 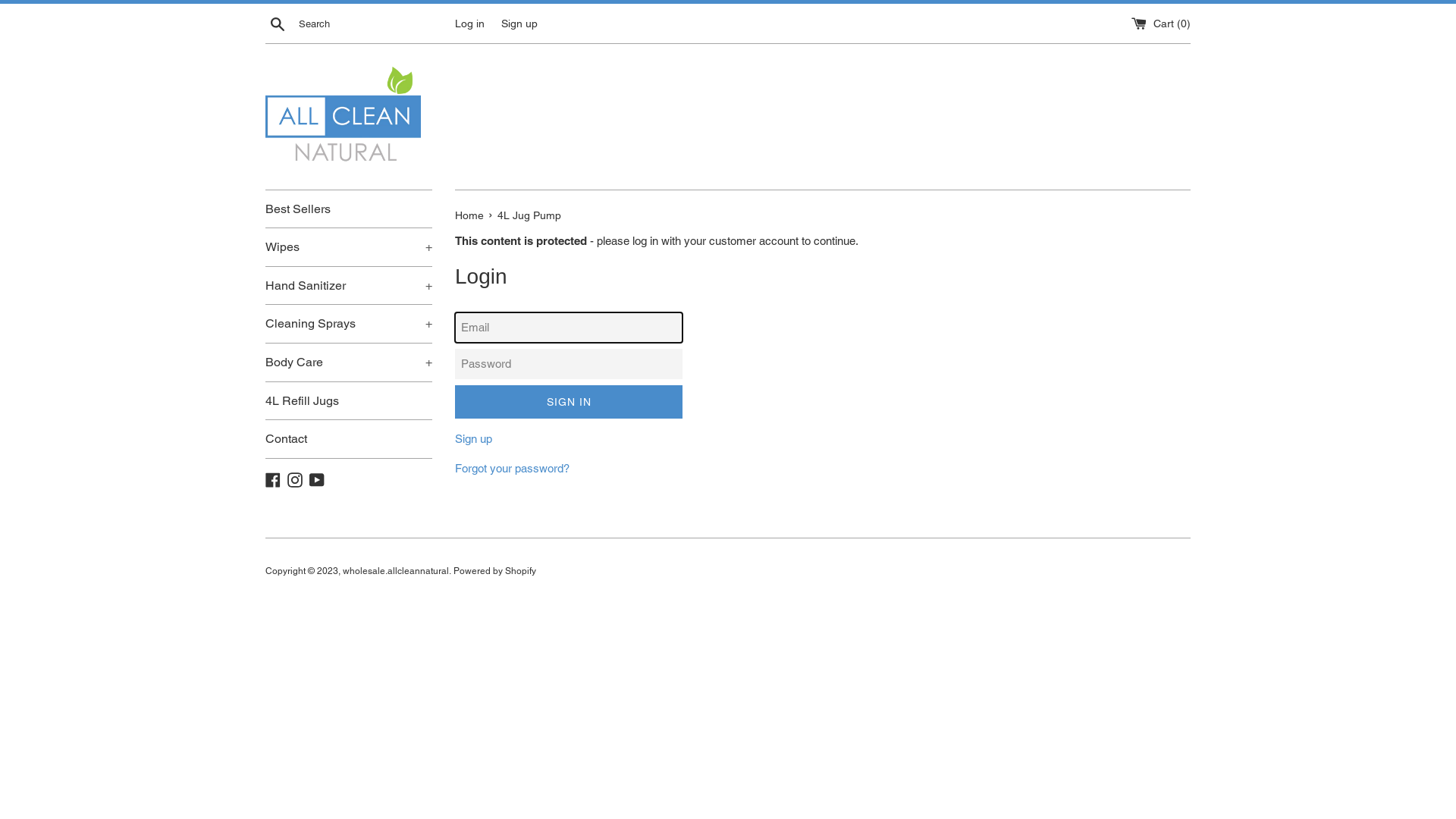 What do you see at coordinates (348, 209) in the screenshot?
I see `'Best Sellers'` at bounding box center [348, 209].